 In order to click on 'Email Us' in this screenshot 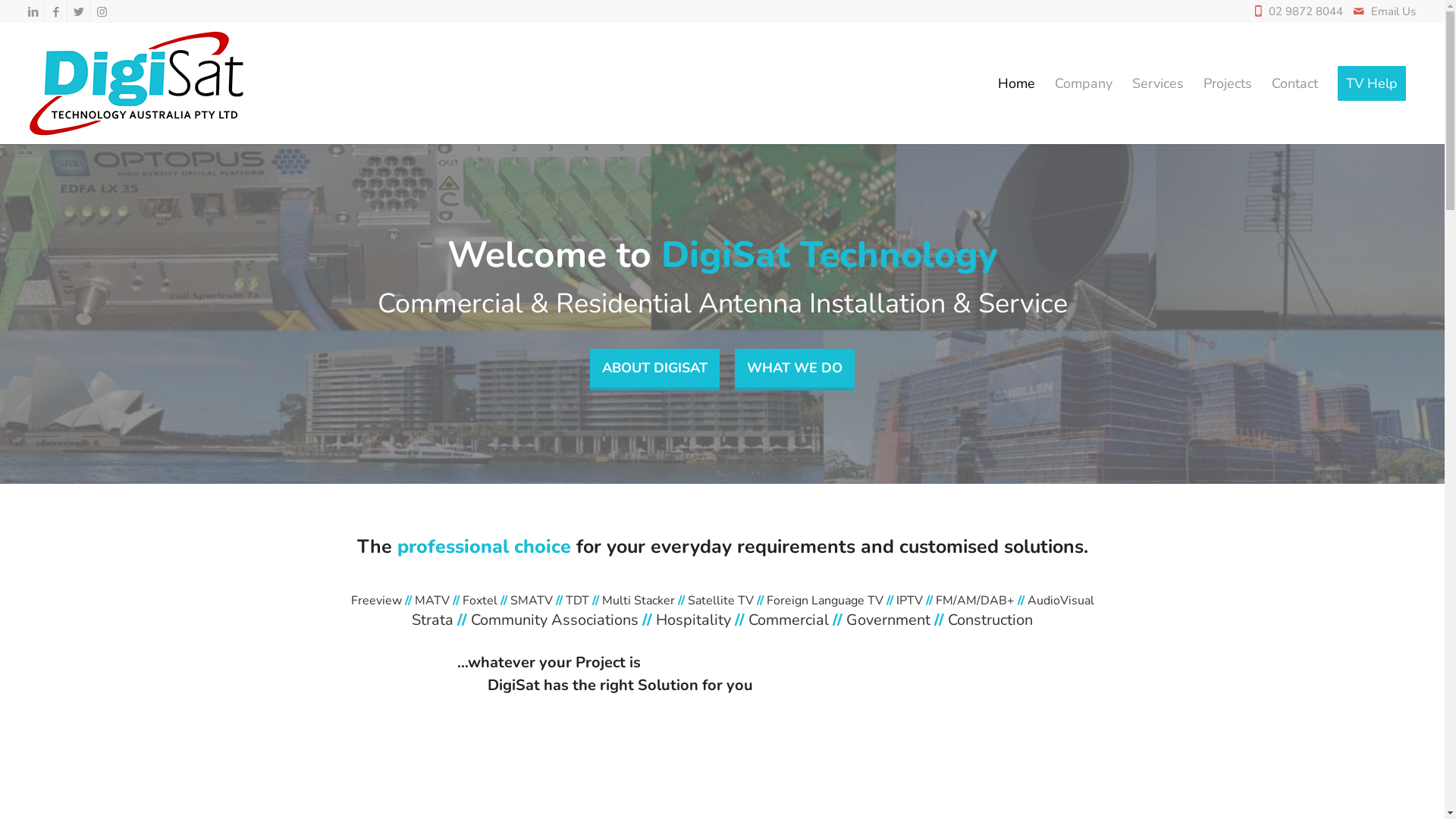, I will do `click(1393, 11)`.